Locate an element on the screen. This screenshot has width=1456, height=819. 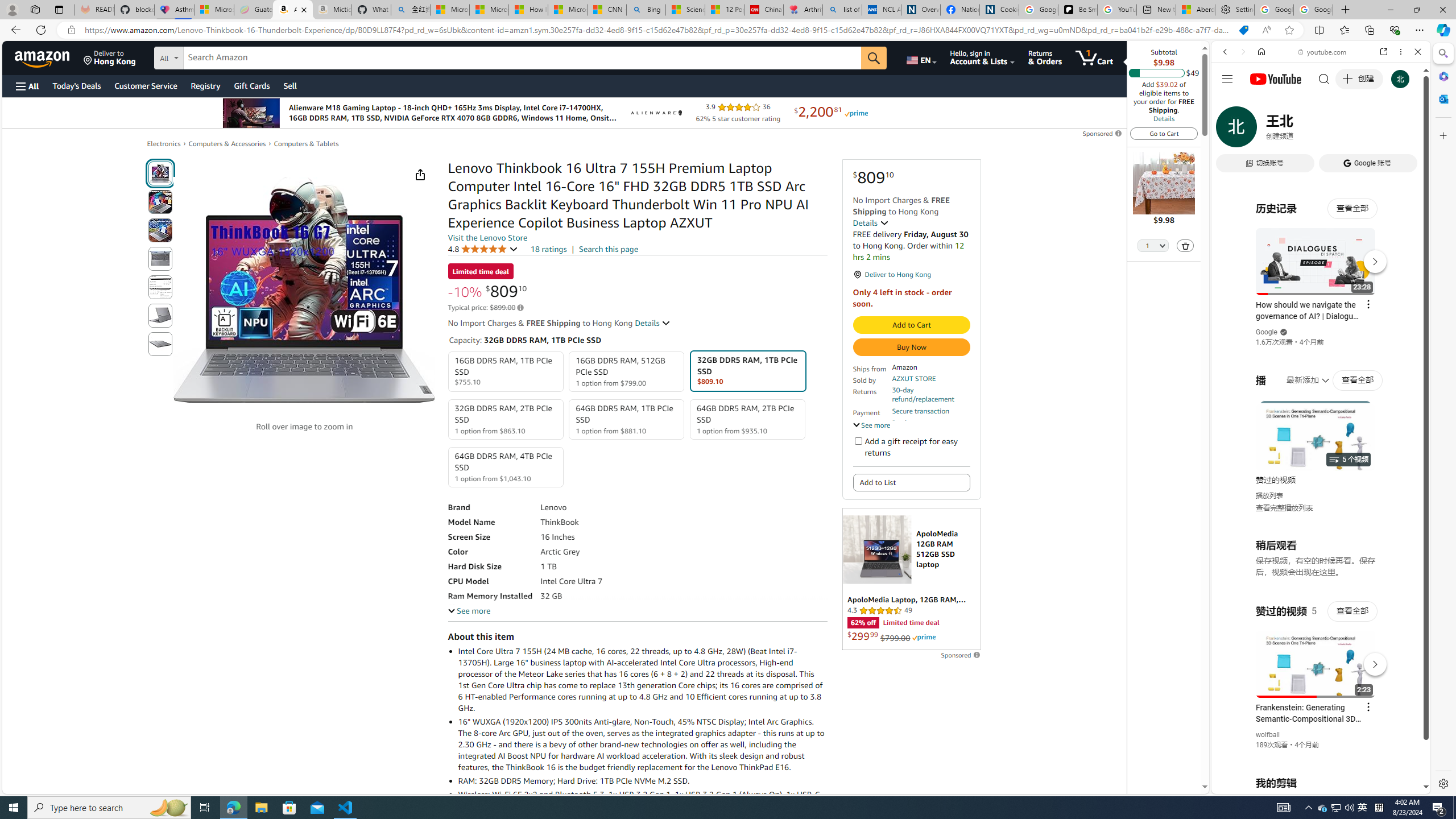
'Search Filter, VIDEOS' is located at coordinates (1300, 129).